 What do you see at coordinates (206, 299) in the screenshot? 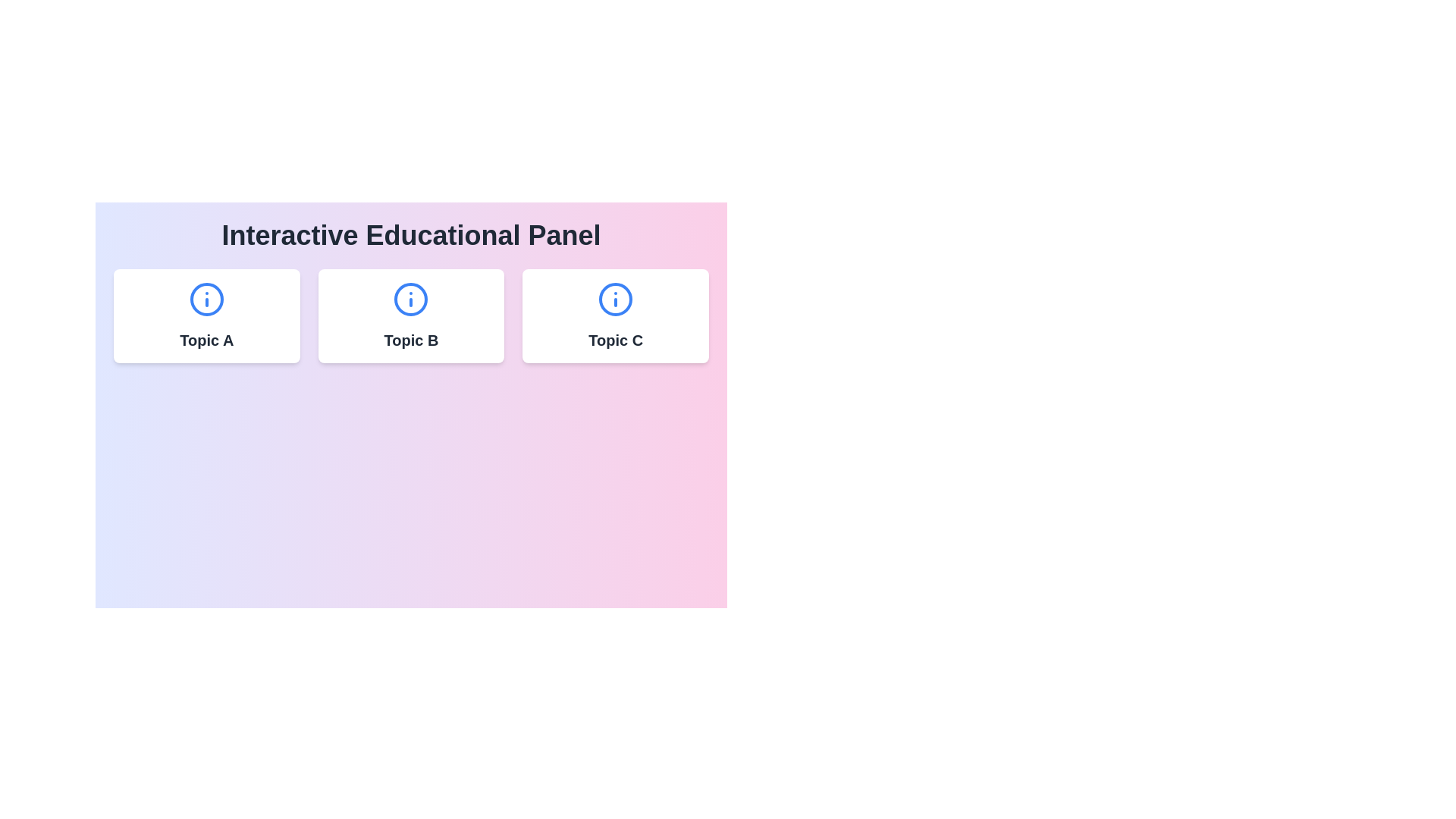
I see `the blue informational icon ('i') located above the text 'Topic A' in the leftmost card of the horizontally aligned set of three cards` at bounding box center [206, 299].